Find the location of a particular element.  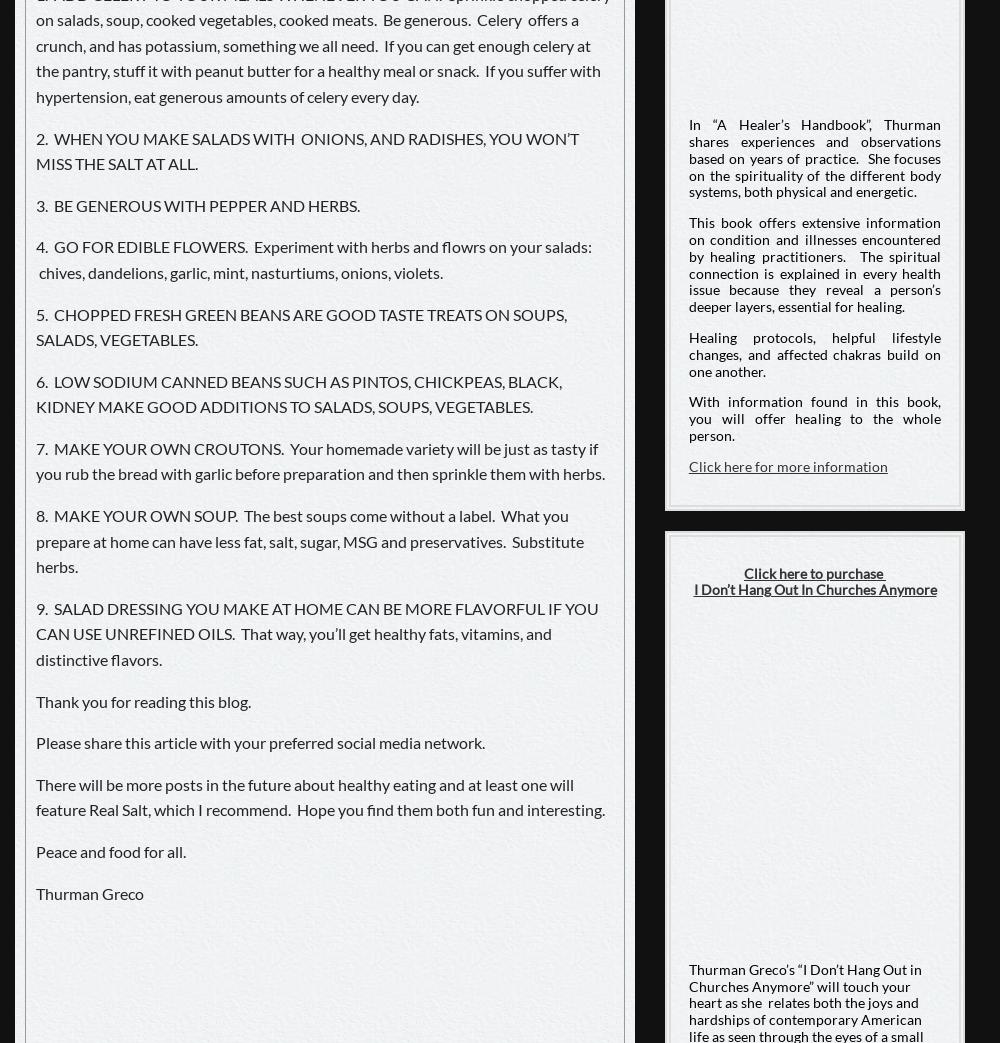

'5.  CHOPPED FRESH GREEN BEANS ARE GOOD TASTE TREATS ON SOUPS, SALADS, VEGETABLES.' is located at coordinates (301, 325).